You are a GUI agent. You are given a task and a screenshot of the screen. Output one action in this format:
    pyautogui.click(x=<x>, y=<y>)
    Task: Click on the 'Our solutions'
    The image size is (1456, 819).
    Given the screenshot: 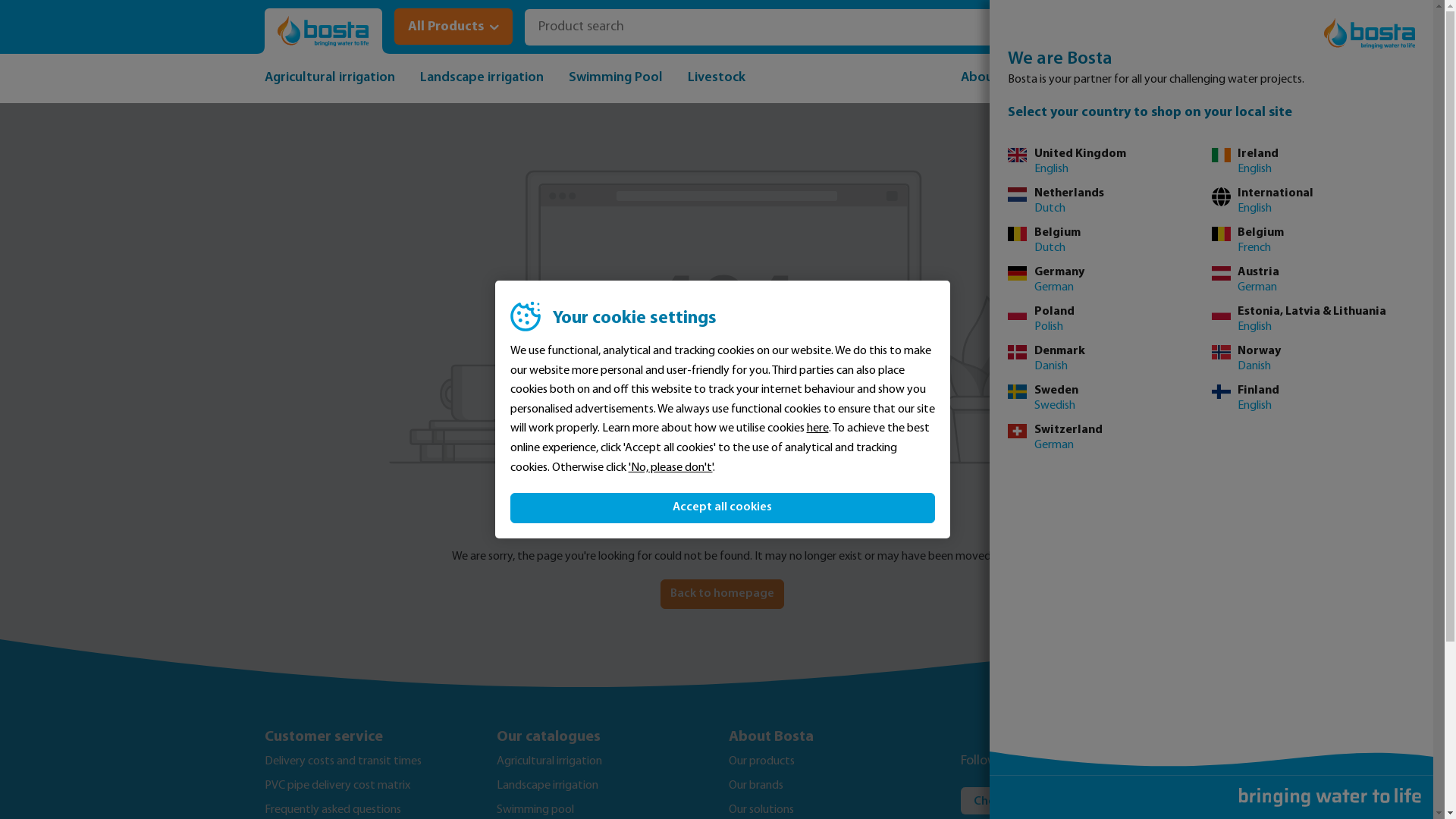 What is the action you would take?
    pyautogui.click(x=761, y=809)
    